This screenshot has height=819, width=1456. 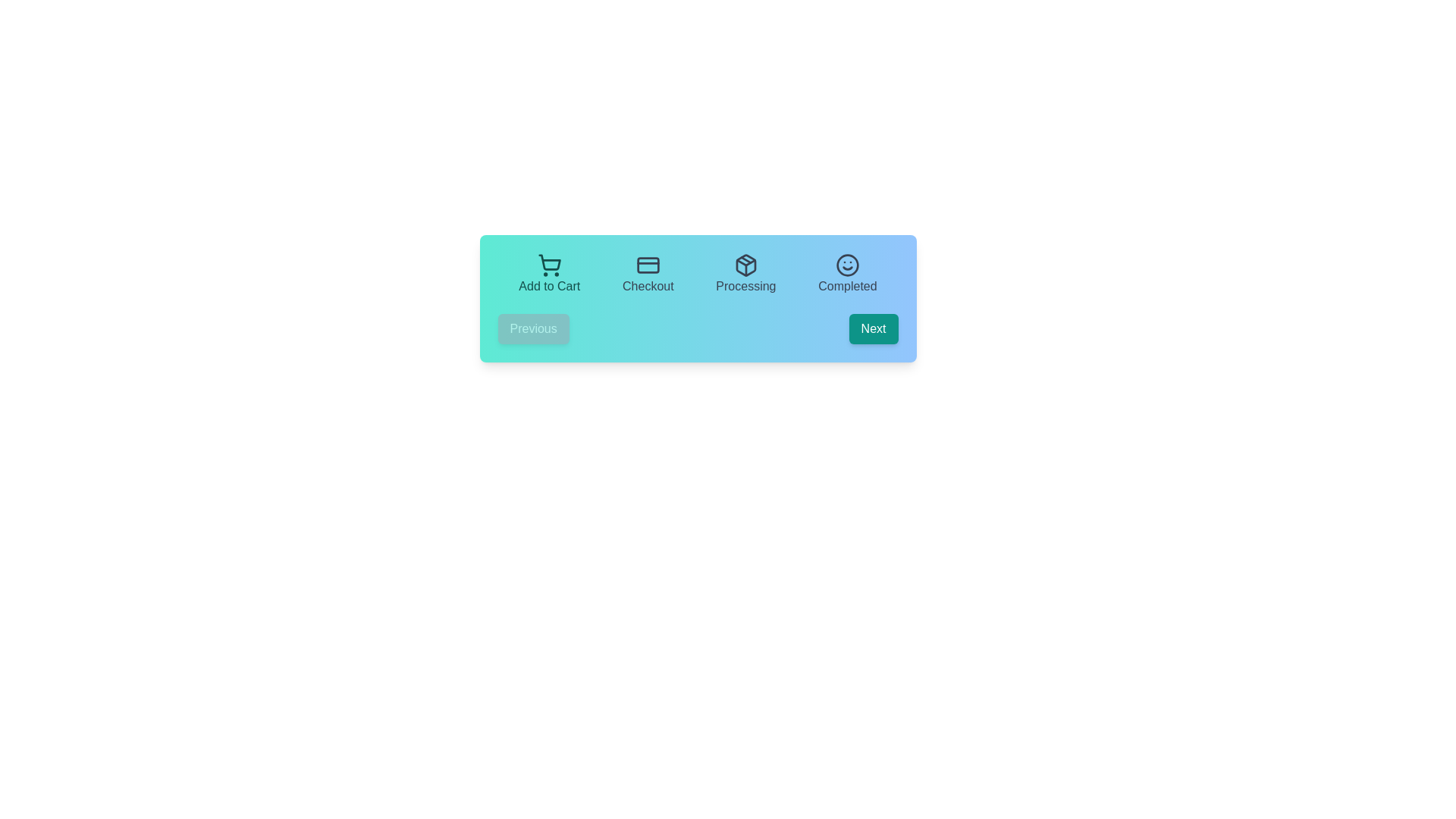 What do you see at coordinates (648, 275) in the screenshot?
I see `the step Checkout to observe the hover effect` at bounding box center [648, 275].